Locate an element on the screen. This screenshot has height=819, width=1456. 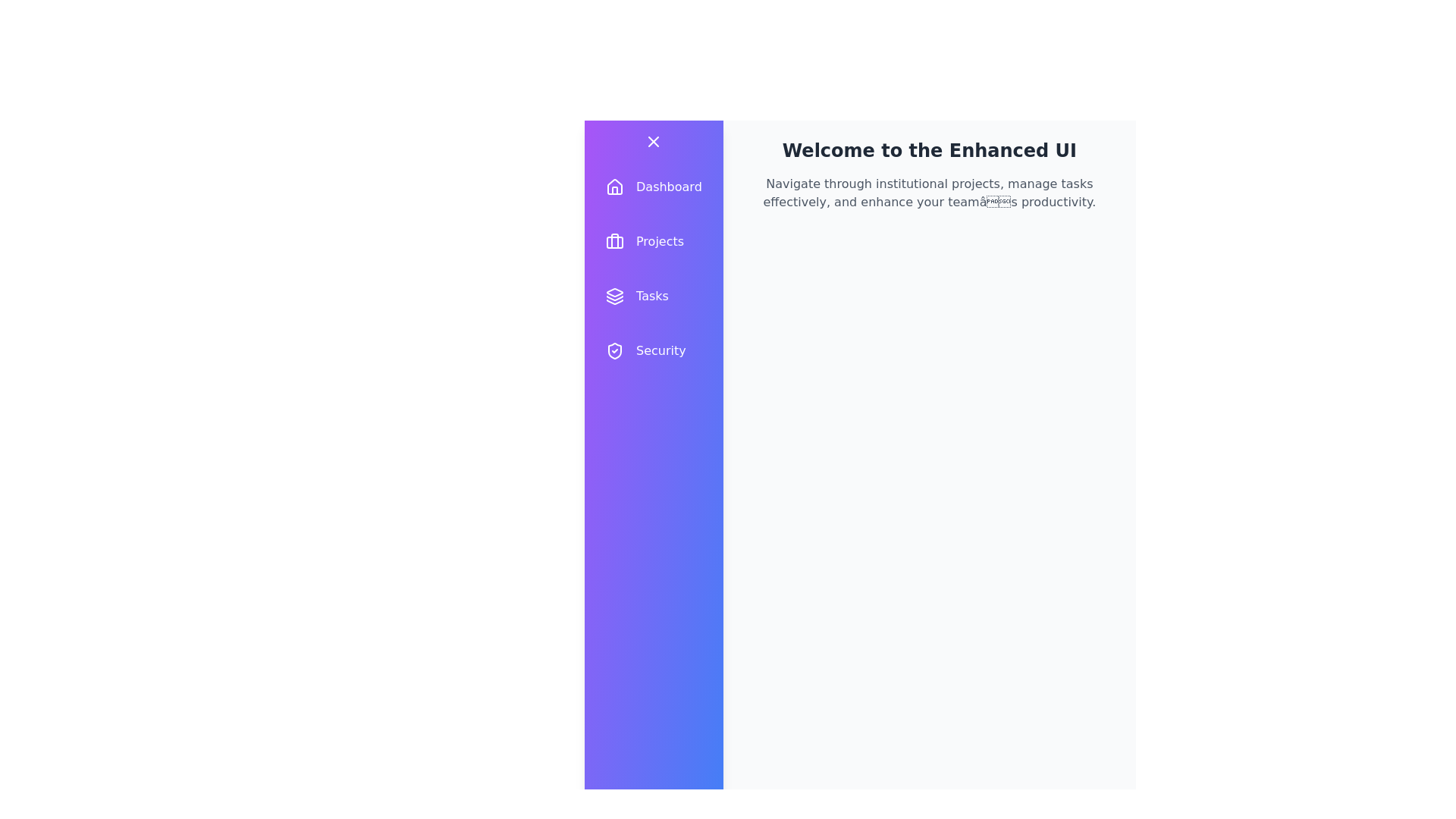
the 'Projects' item in the Sidebar Navigation Menu, which is a vertical list of navigation options styled with icons and labels, located on the left-hand side of the interface is located at coordinates (654, 268).